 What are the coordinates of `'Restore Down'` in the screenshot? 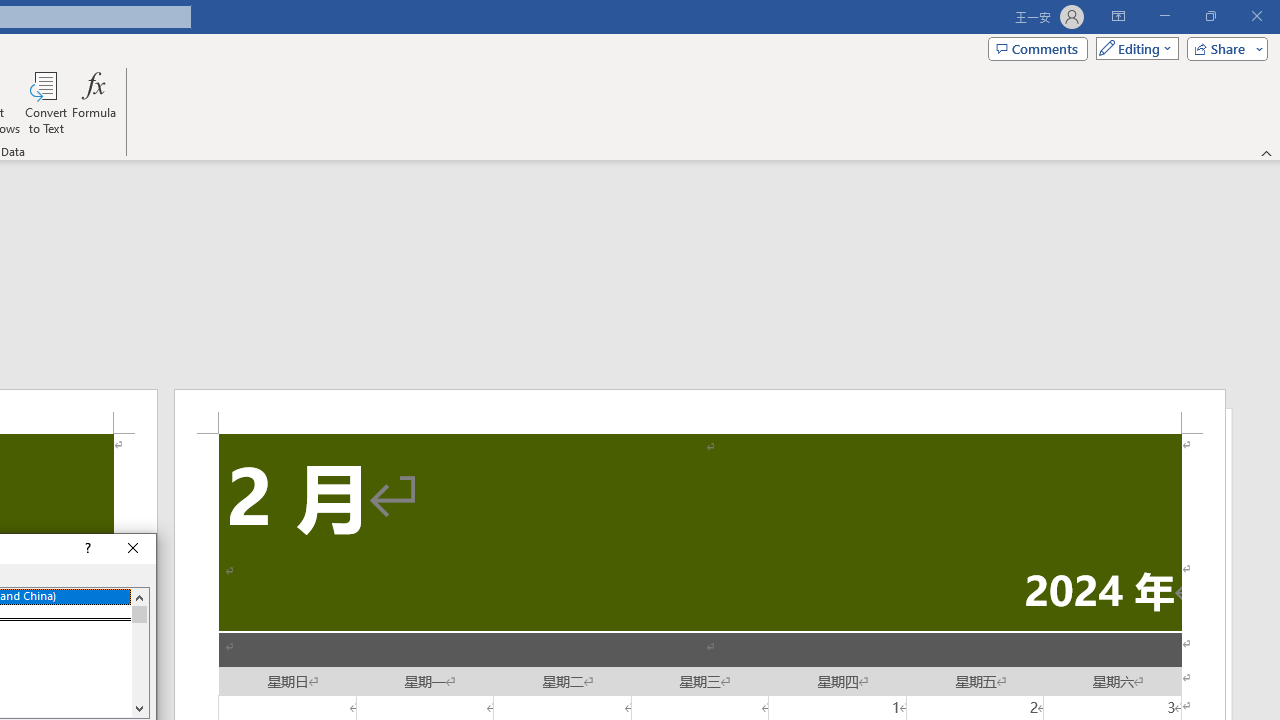 It's located at (1209, 16).